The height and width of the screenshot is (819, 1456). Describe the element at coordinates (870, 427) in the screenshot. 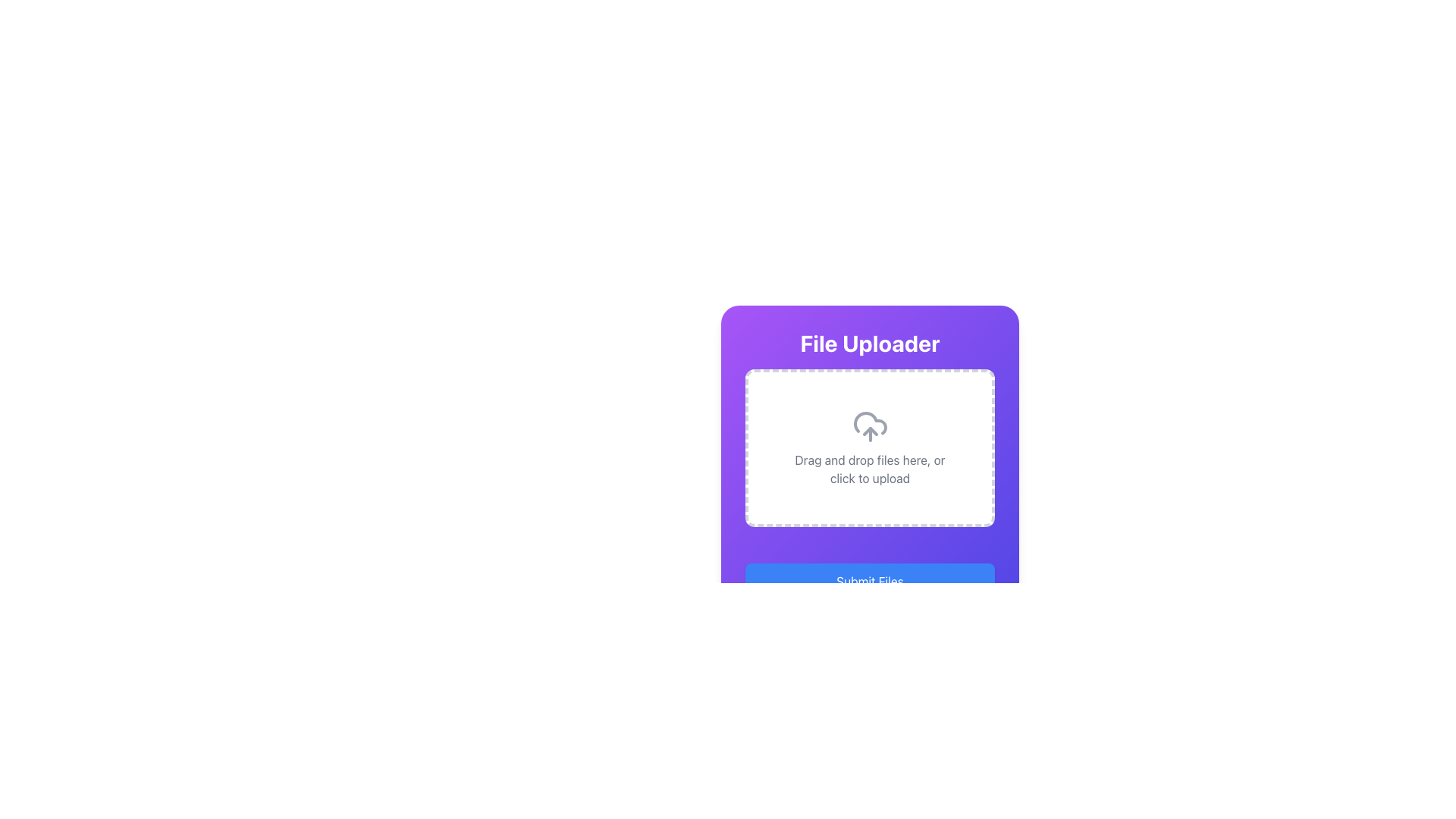

I see `the cloud upload icon, which is the main graphic indicating the upload action in the file uploader component, located above the 'Drag and drop files here, or click to upload' text` at that location.